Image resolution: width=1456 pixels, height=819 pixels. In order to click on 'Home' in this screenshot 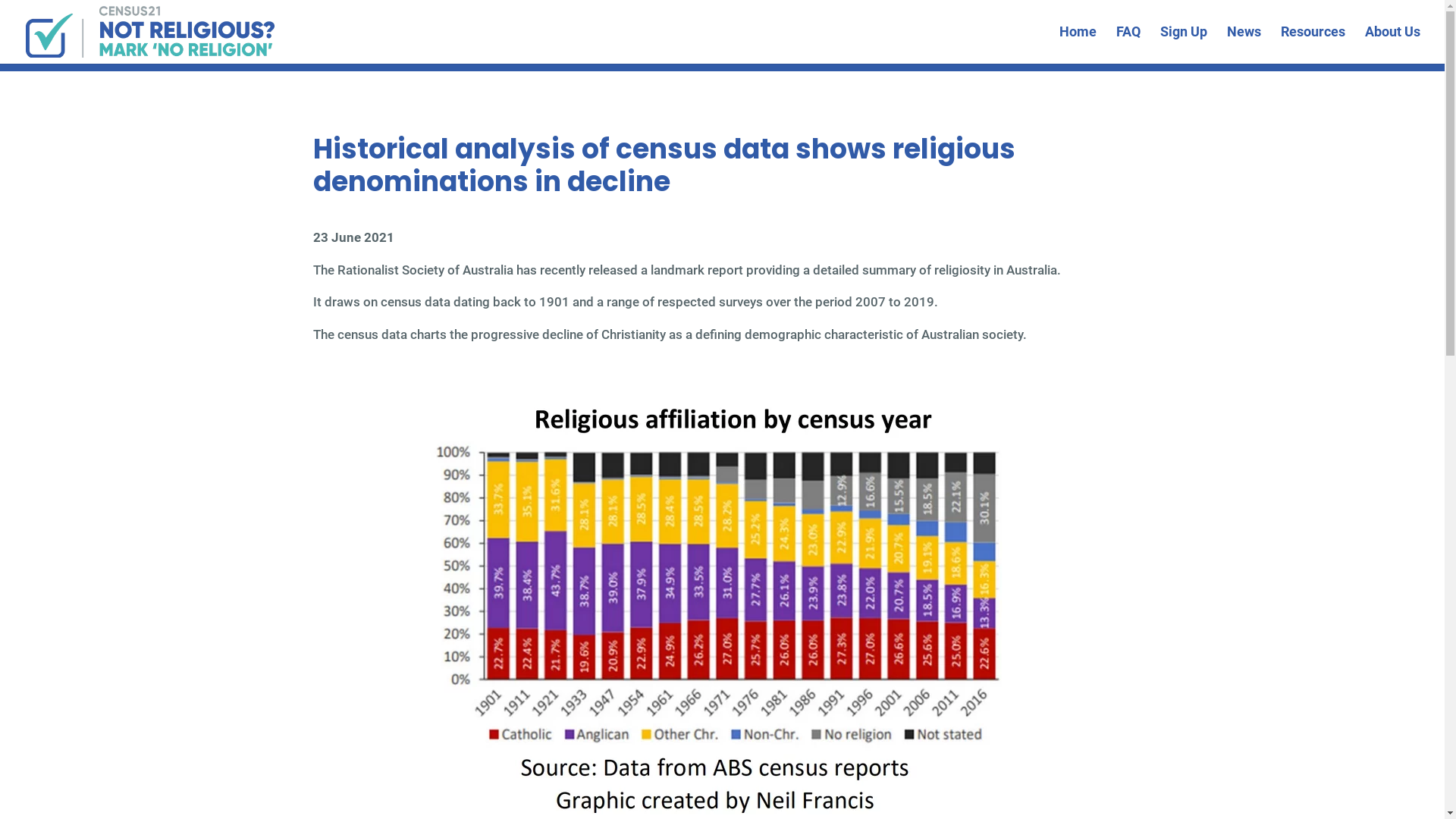, I will do `click(1077, 44)`.